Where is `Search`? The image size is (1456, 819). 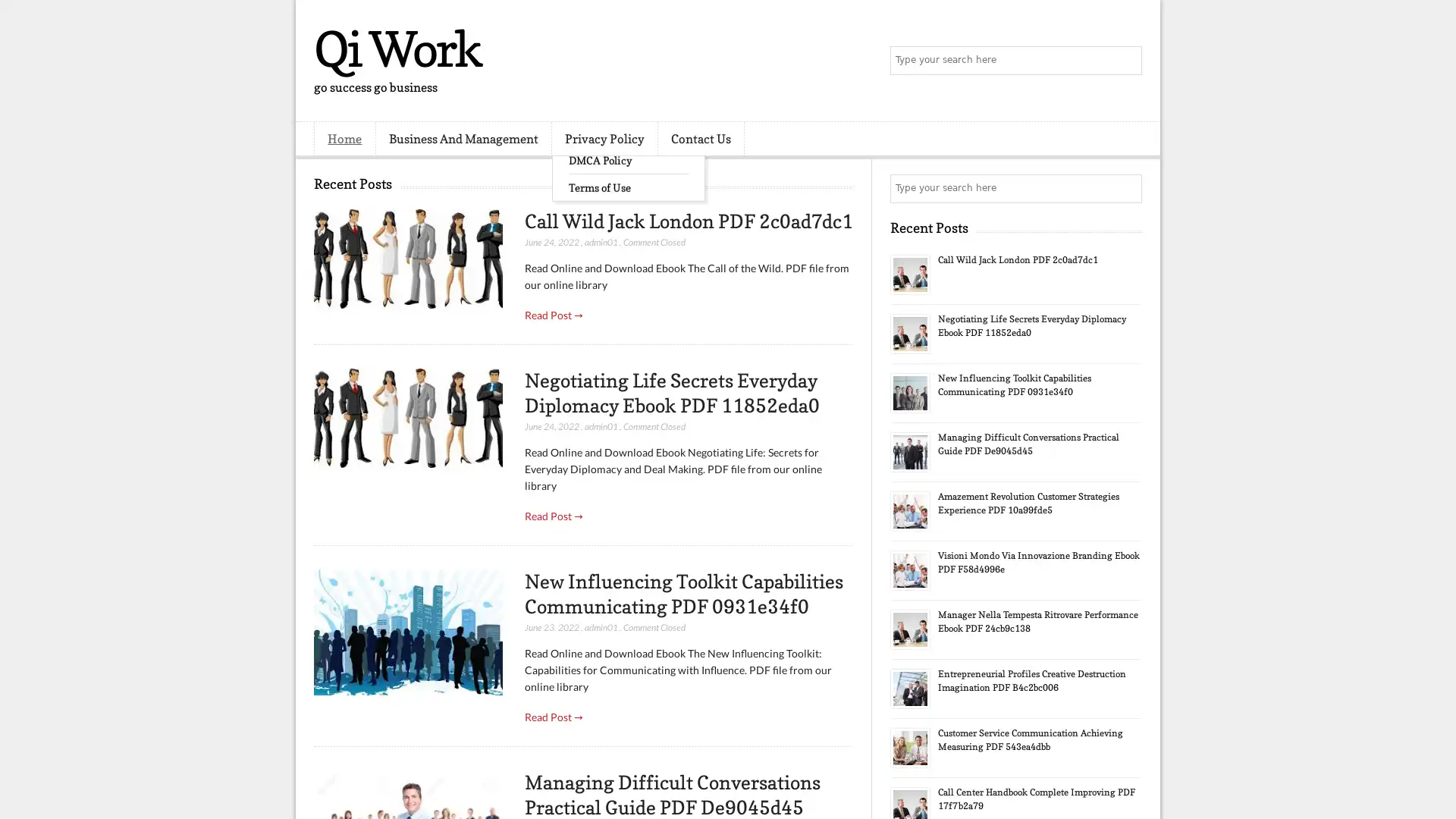 Search is located at coordinates (1126, 188).